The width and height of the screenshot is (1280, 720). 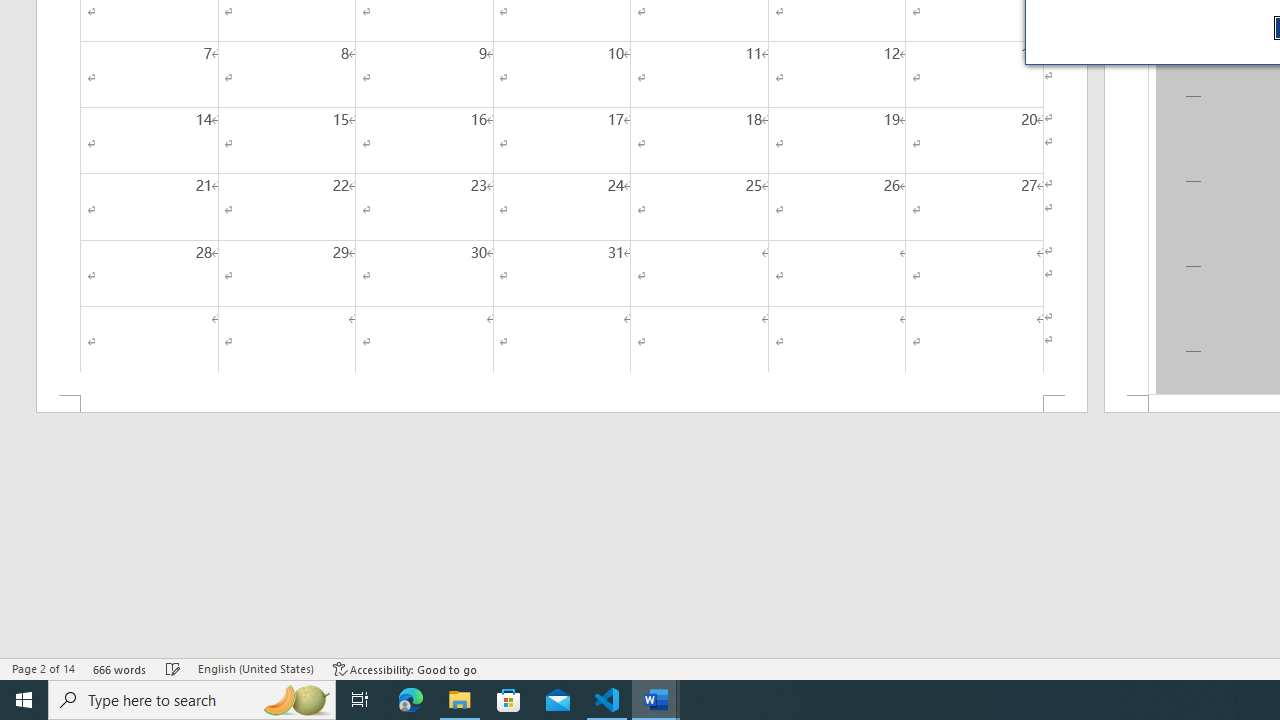 What do you see at coordinates (606, 698) in the screenshot?
I see `'Visual Studio Code - 1 running window'` at bounding box center [606, 698].